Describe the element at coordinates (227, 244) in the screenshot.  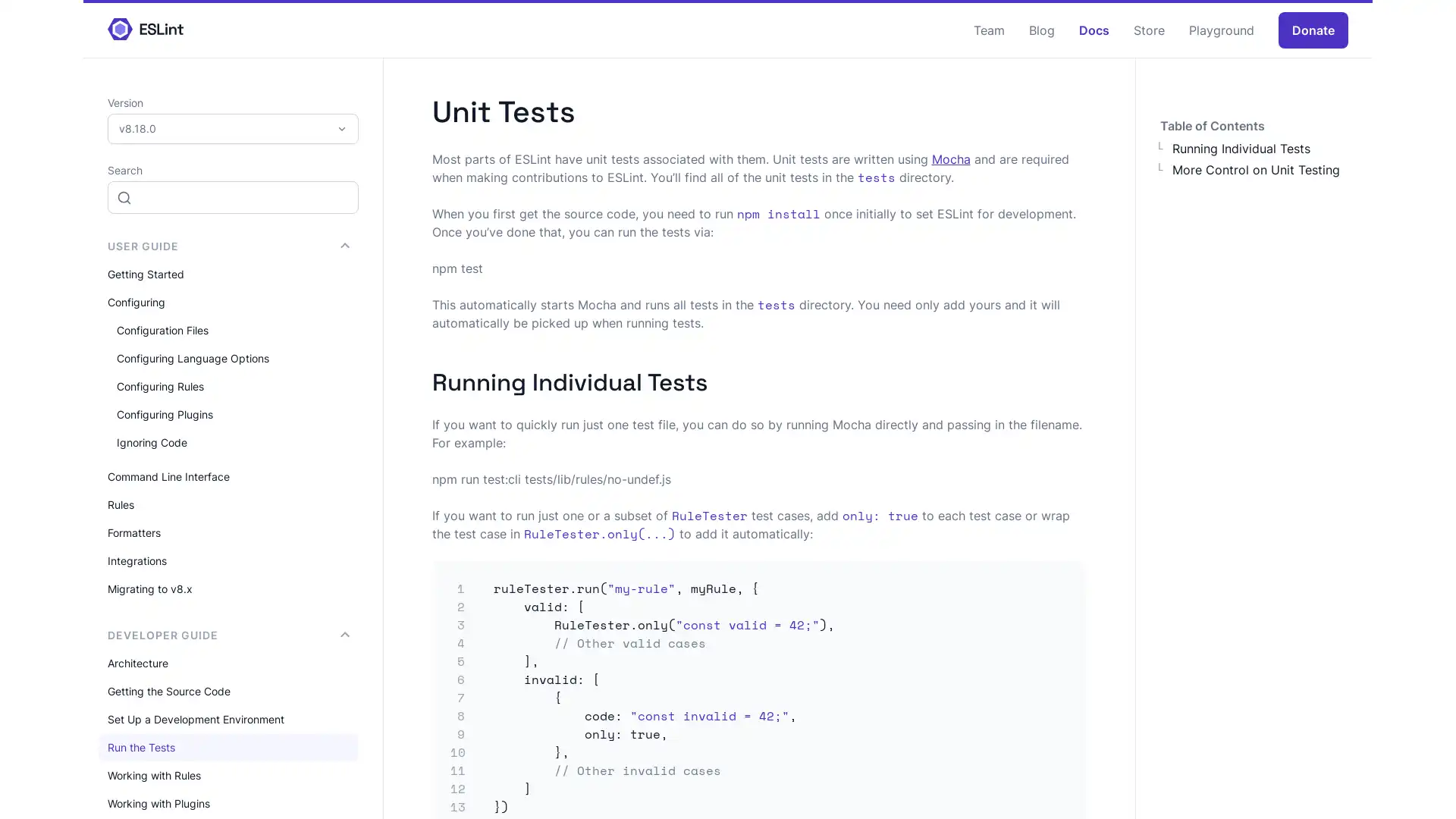
I see `USER GUIDE` at that location.